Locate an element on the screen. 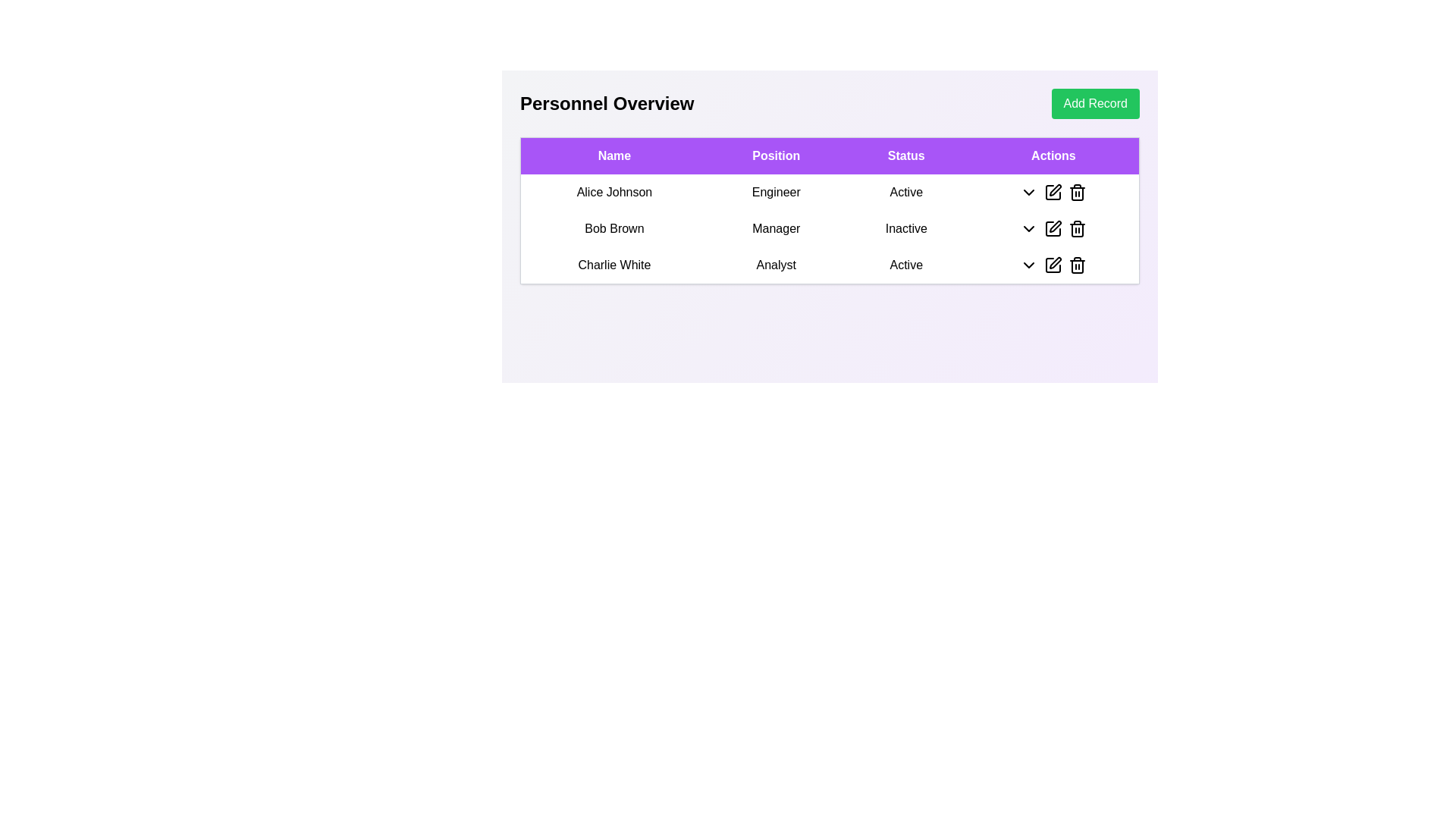 The height and width of the screenshot is (819, 1456). the edit icon is located at coordinates (1055, 262).